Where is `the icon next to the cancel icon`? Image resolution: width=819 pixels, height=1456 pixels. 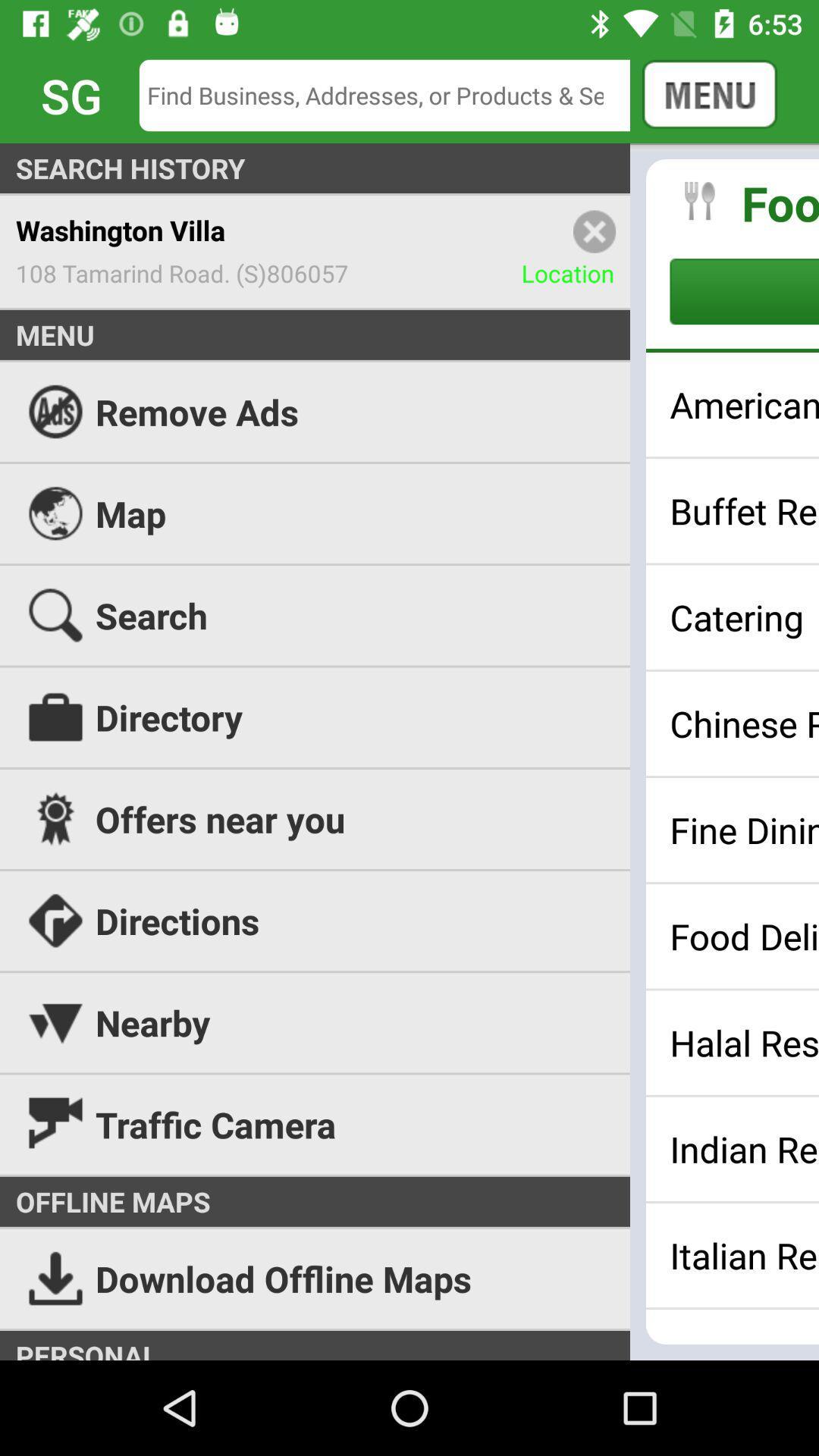 the icon next to the cancel icon is located at coordinates (395, 94).